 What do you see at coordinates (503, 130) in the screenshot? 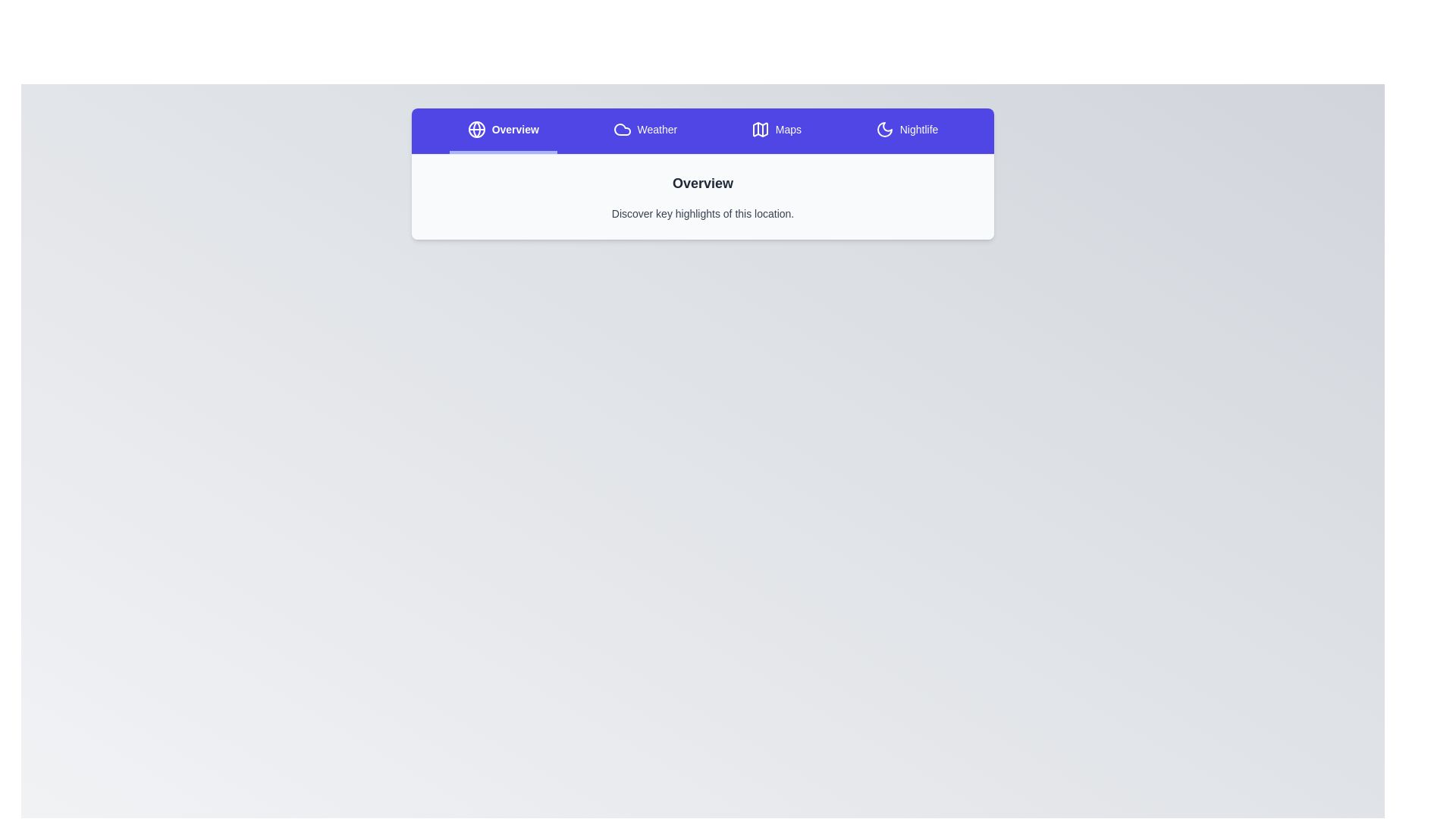
I see `the Overview tab` at bounding box center [503, 130].